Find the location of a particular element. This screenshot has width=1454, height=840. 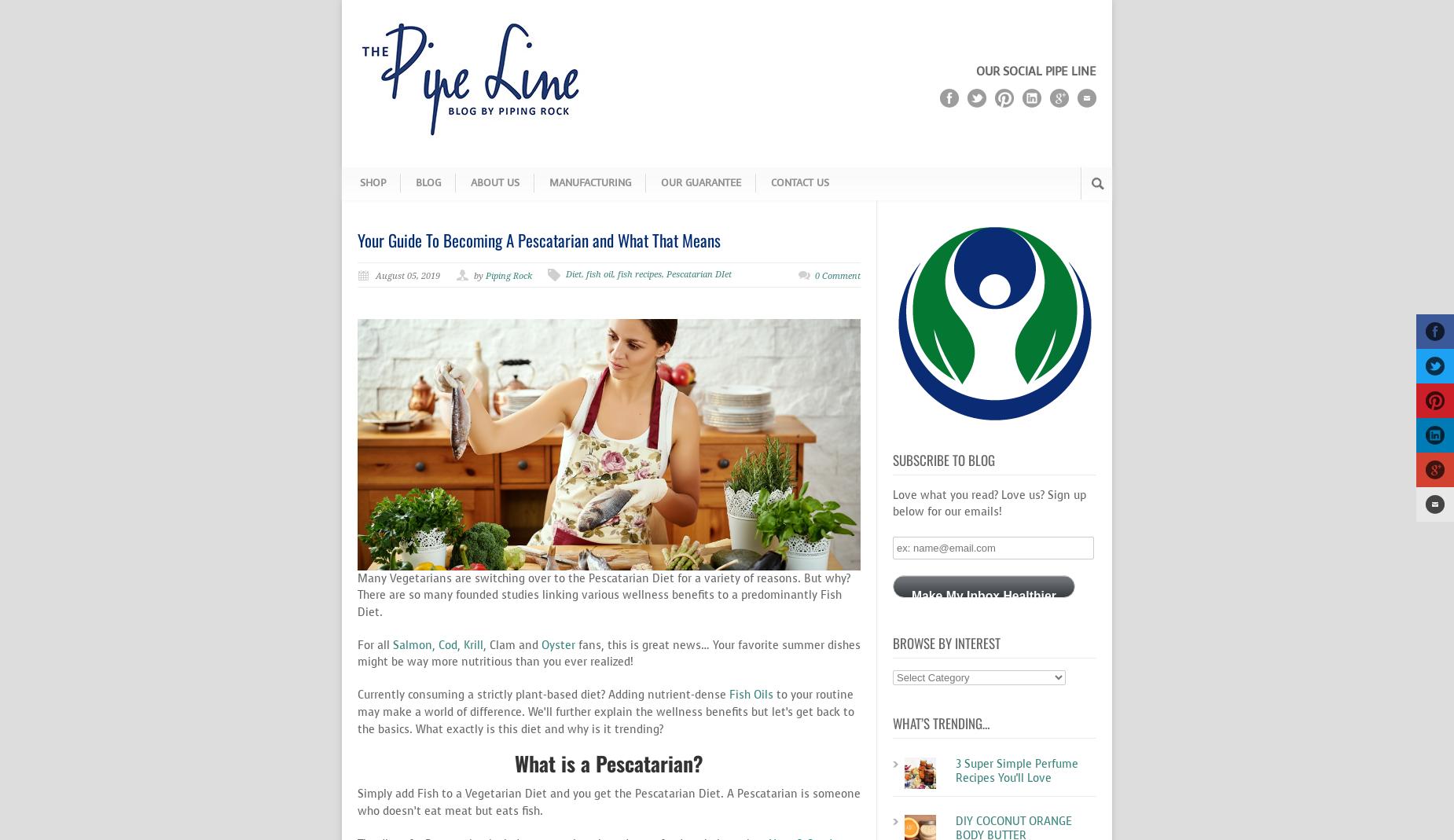

'fish recipes' is located at coordinates (640, 273).